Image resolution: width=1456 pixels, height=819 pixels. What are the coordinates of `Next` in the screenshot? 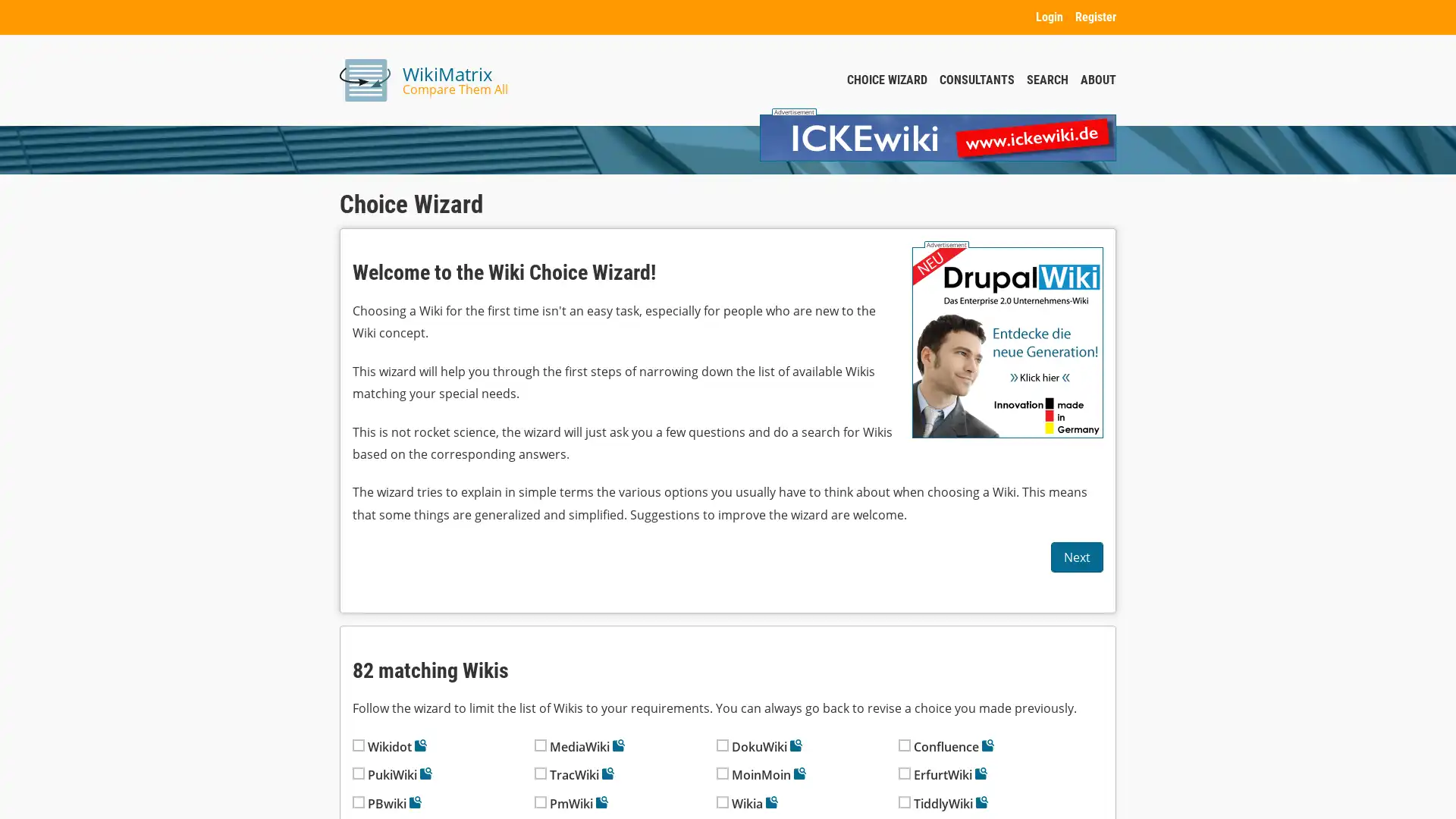 It's located at (1076, 557).